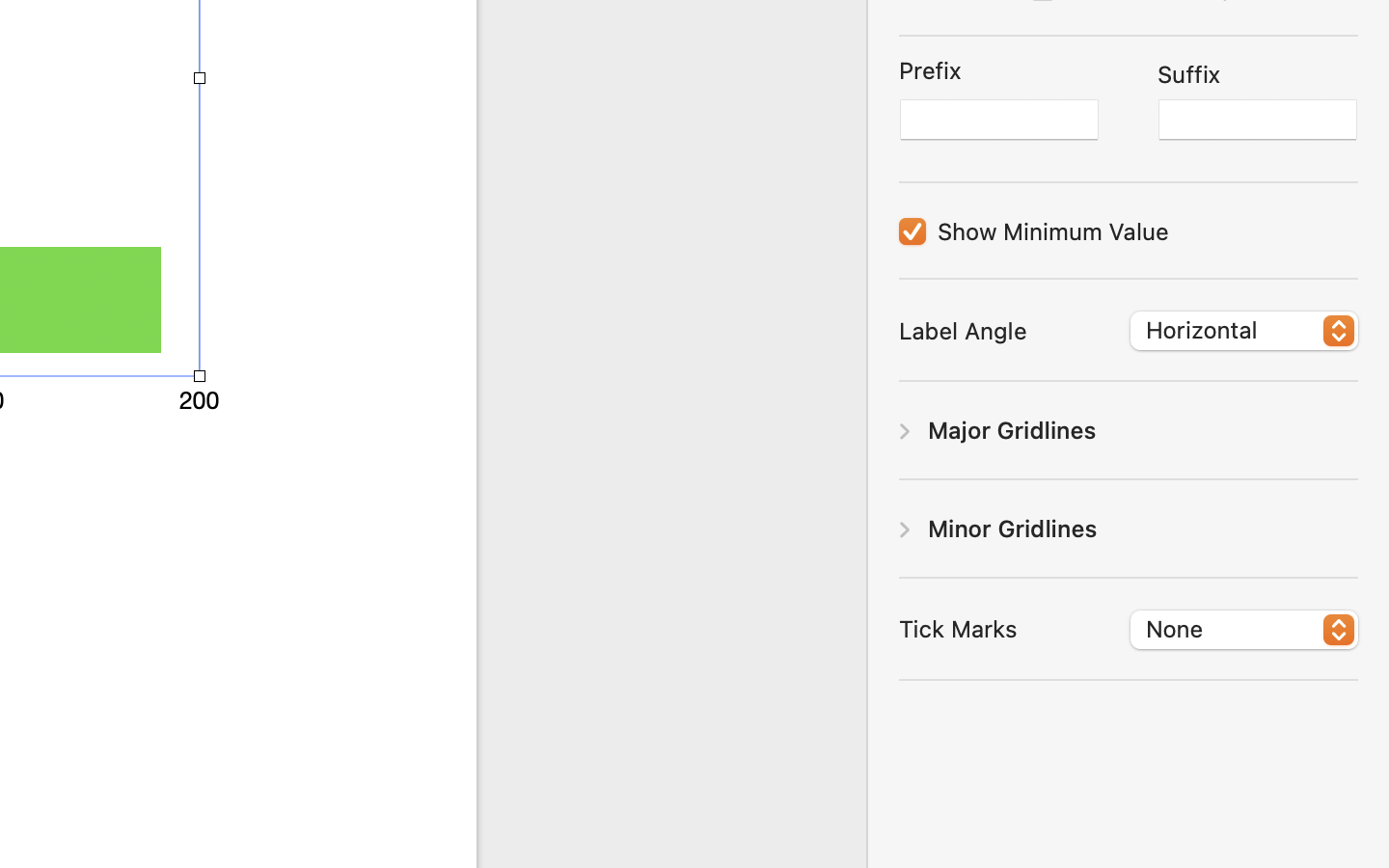 This screenshot has height=868, width=1389. I want to click on 'Major Gridlines', so click(1012, 428).